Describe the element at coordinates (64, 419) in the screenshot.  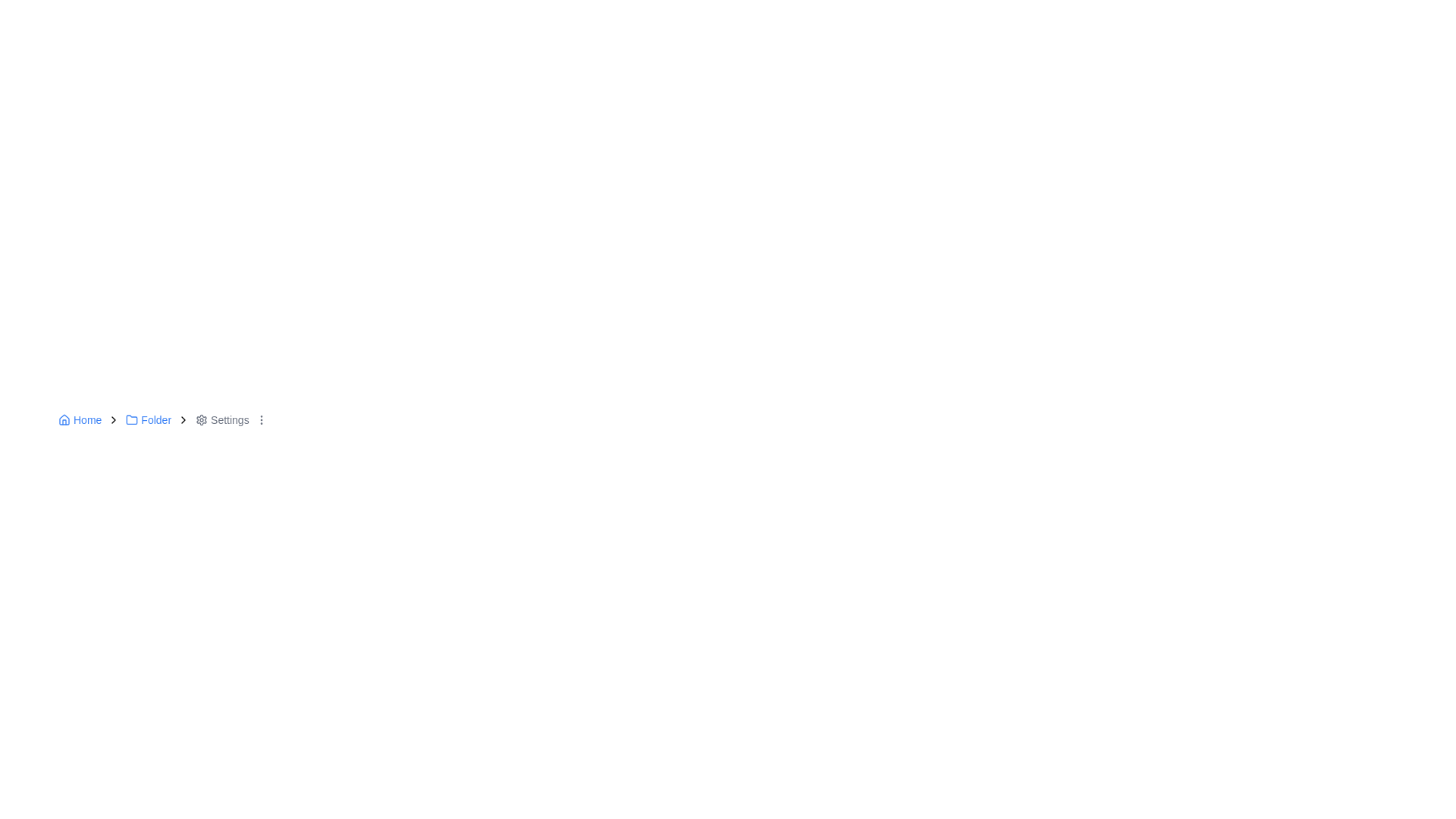
I see `the top outline portion of the house icon, which is a minimalistic SVG graphic located towards the left edge of the breadcrumb navigation bar` at that location.